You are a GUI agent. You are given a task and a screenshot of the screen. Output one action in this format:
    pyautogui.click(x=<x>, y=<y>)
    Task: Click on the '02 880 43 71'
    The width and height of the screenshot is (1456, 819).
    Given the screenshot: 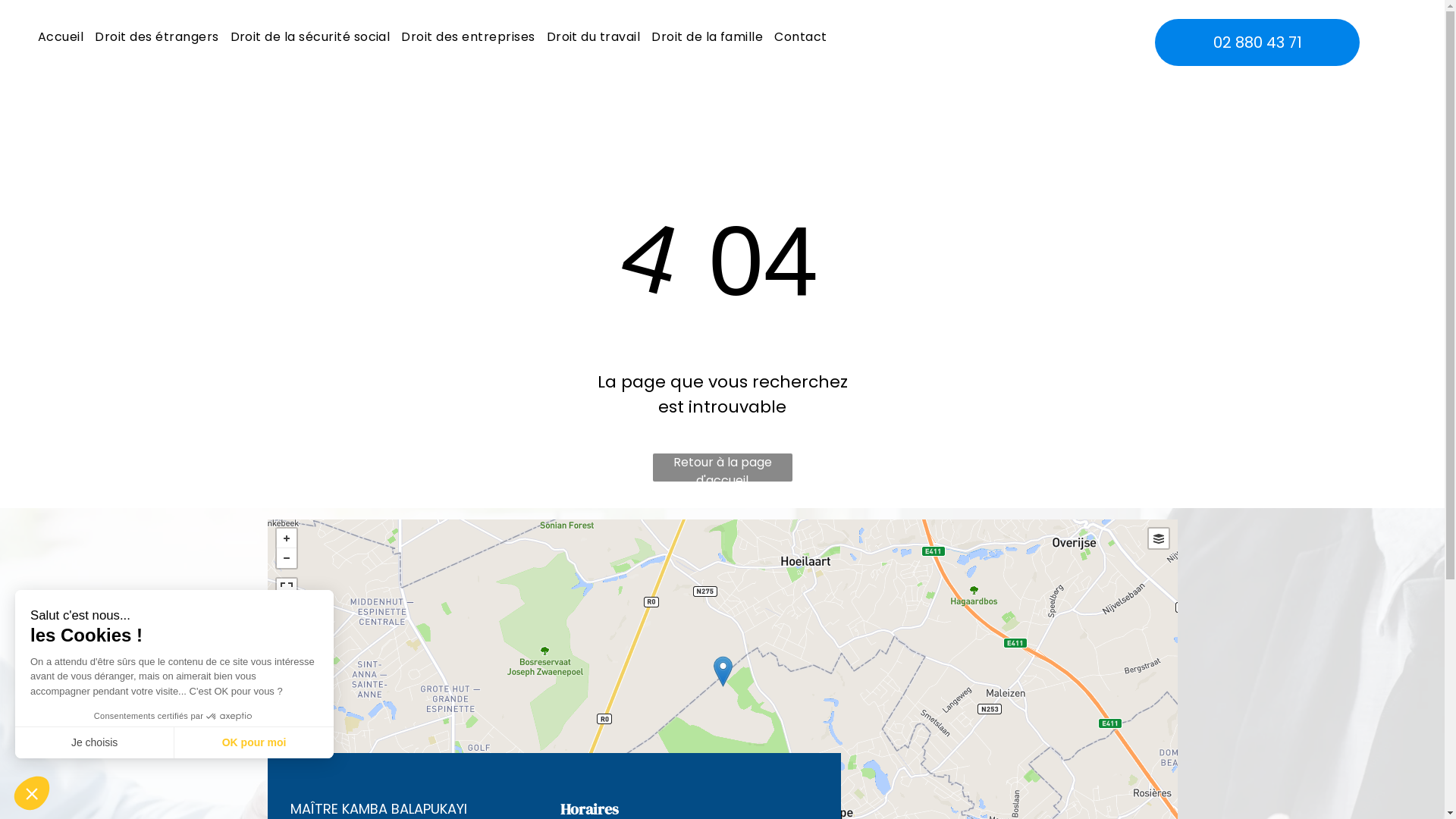 What is the action you would take?
    pyautogui.click(x=1257, y=42)
    